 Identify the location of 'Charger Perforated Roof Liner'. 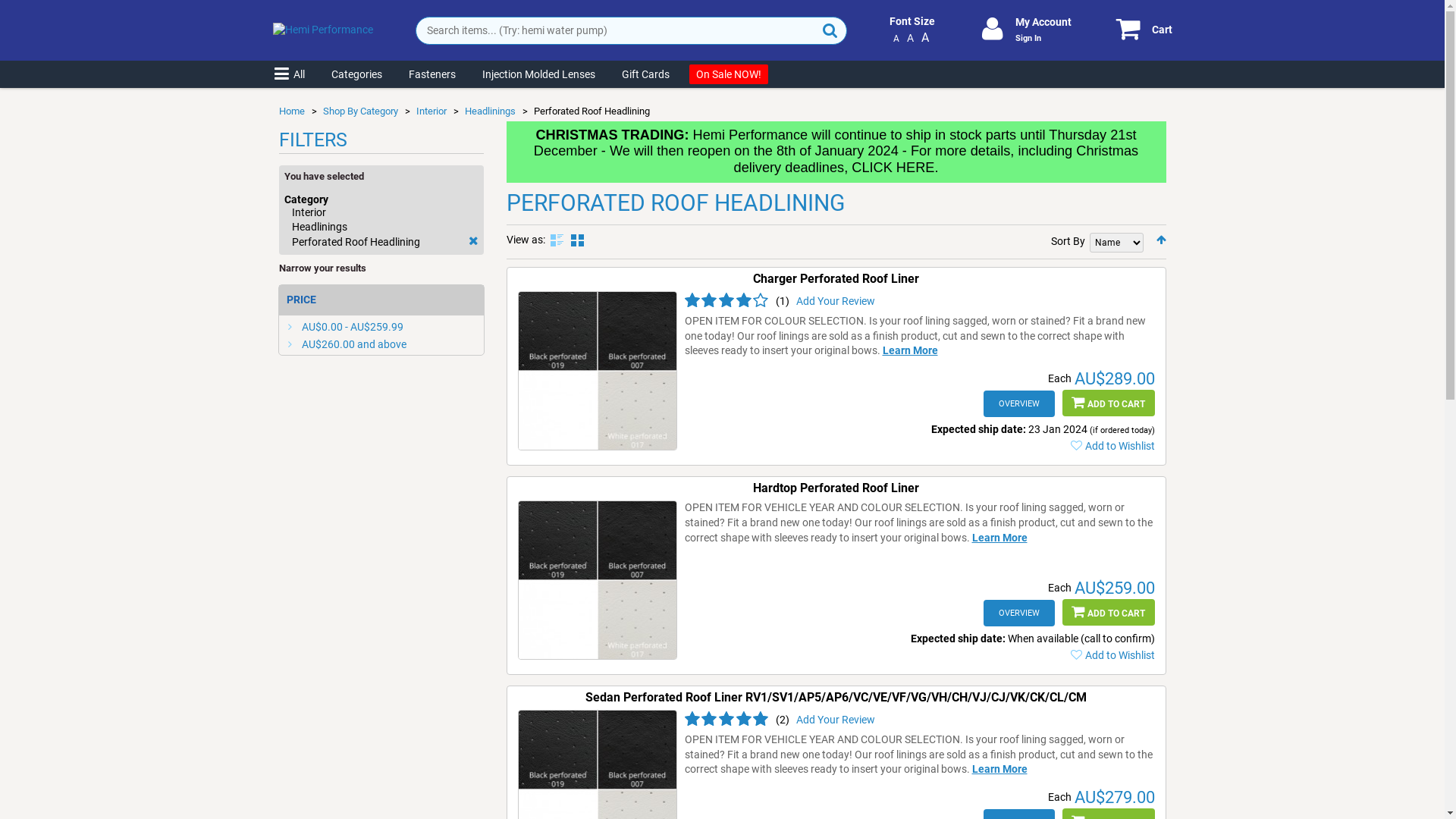
(596, 371).